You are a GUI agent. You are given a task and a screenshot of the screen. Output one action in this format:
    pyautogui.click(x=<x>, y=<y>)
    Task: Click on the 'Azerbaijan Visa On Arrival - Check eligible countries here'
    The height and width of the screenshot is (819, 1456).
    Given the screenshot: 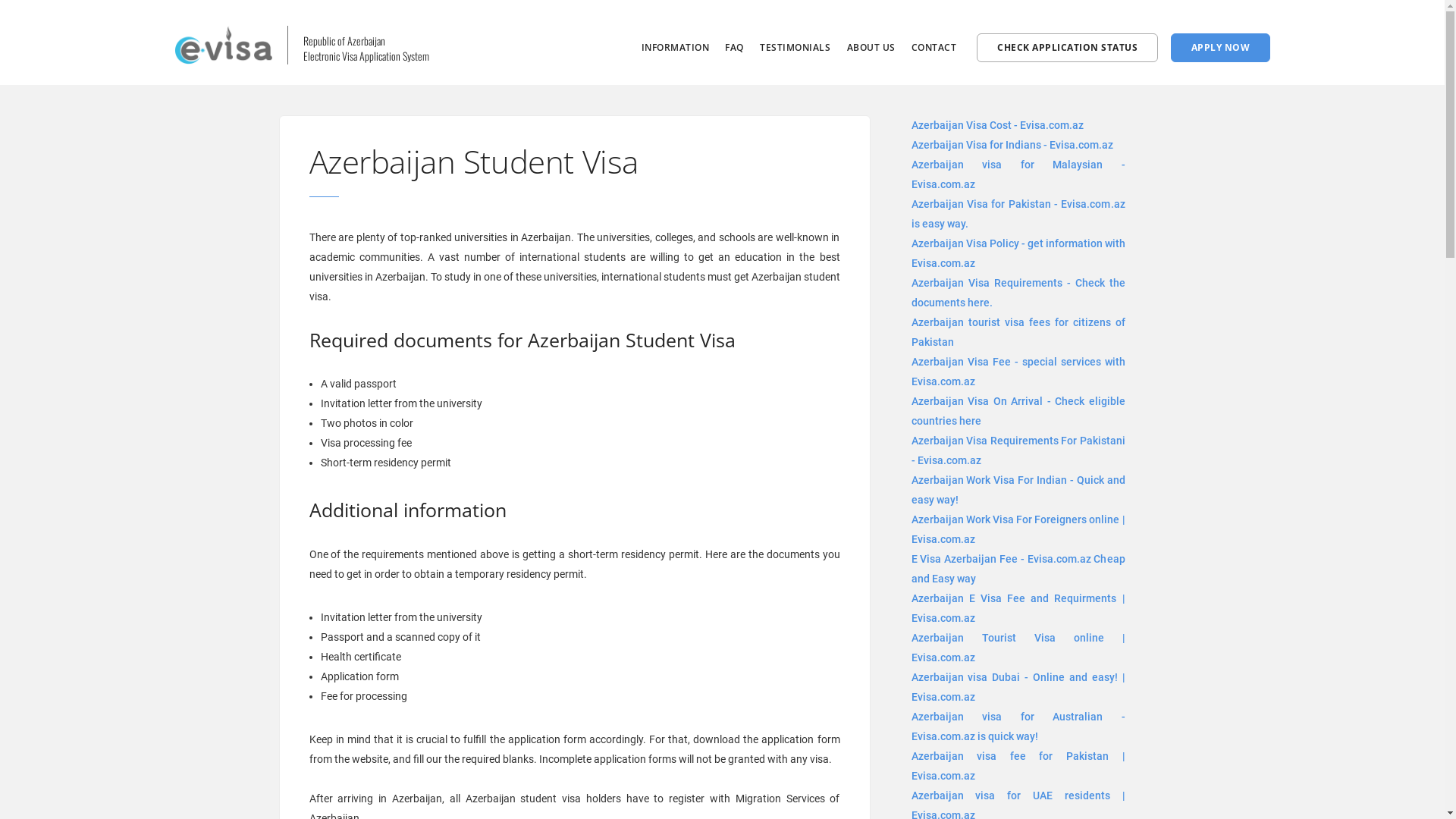 What is the action you would take?
    pyautogui.click(x=1018, y=411)
    